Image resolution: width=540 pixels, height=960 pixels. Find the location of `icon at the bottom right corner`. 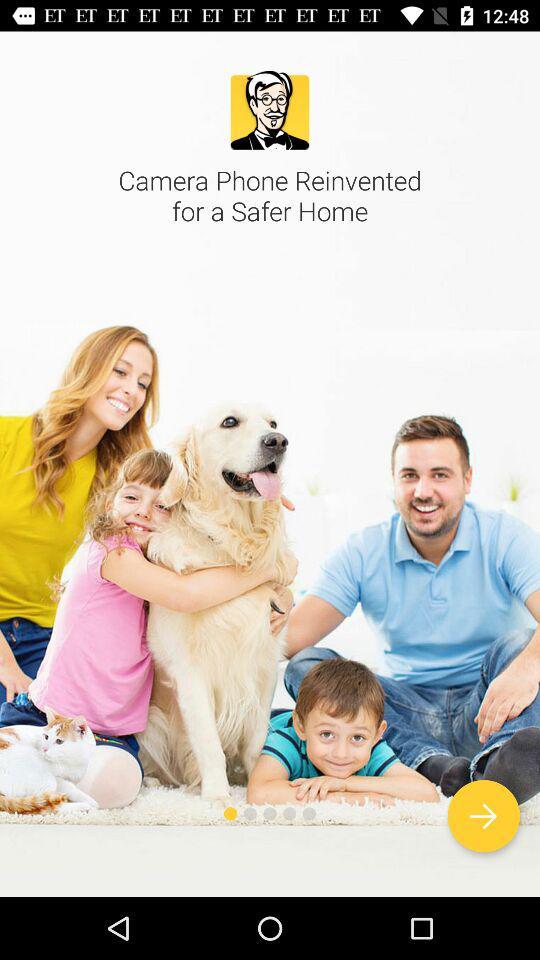

icon at the bottom right corner is located at coordinates (482, 816).